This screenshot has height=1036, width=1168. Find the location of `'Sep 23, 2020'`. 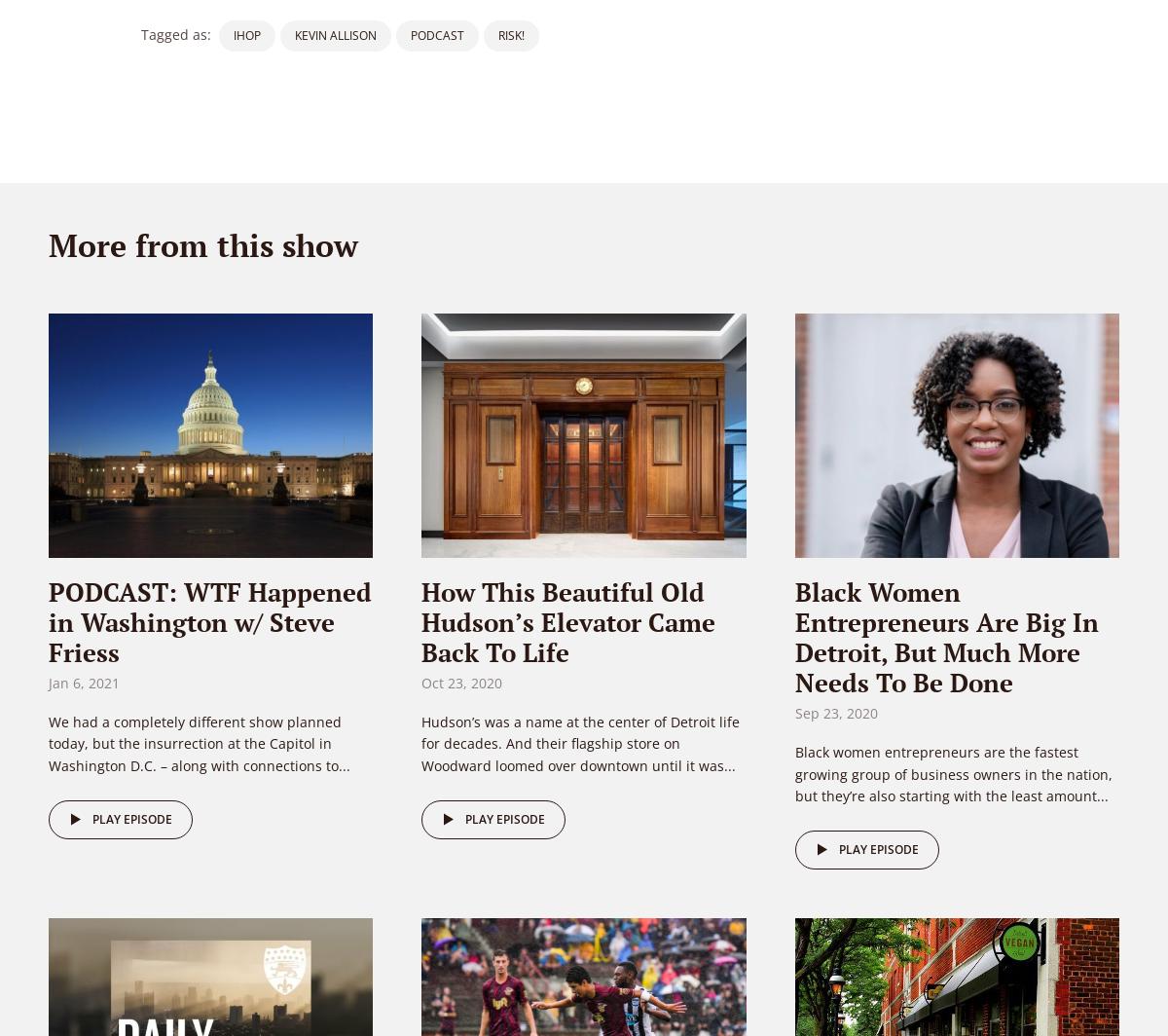

'Sep 23, 2020' is located at coordinates (834, 713).